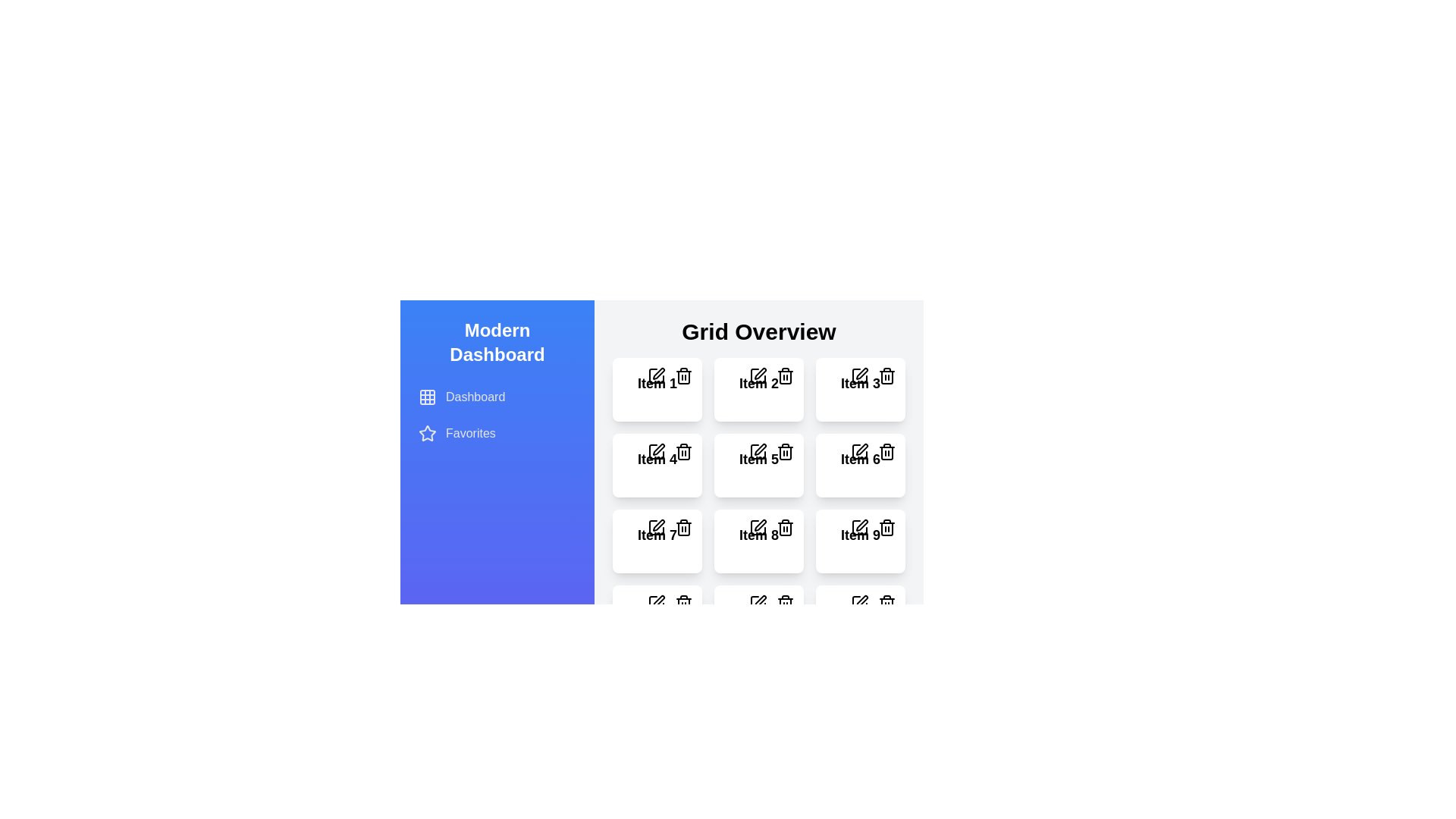 The height and width of the screenshot is (819, 1456). What do you see at coordinates (497, 397) in the screenshot?
I see `the Dashboard link in the sidebar to navigate` at bounding box center [497, 397].